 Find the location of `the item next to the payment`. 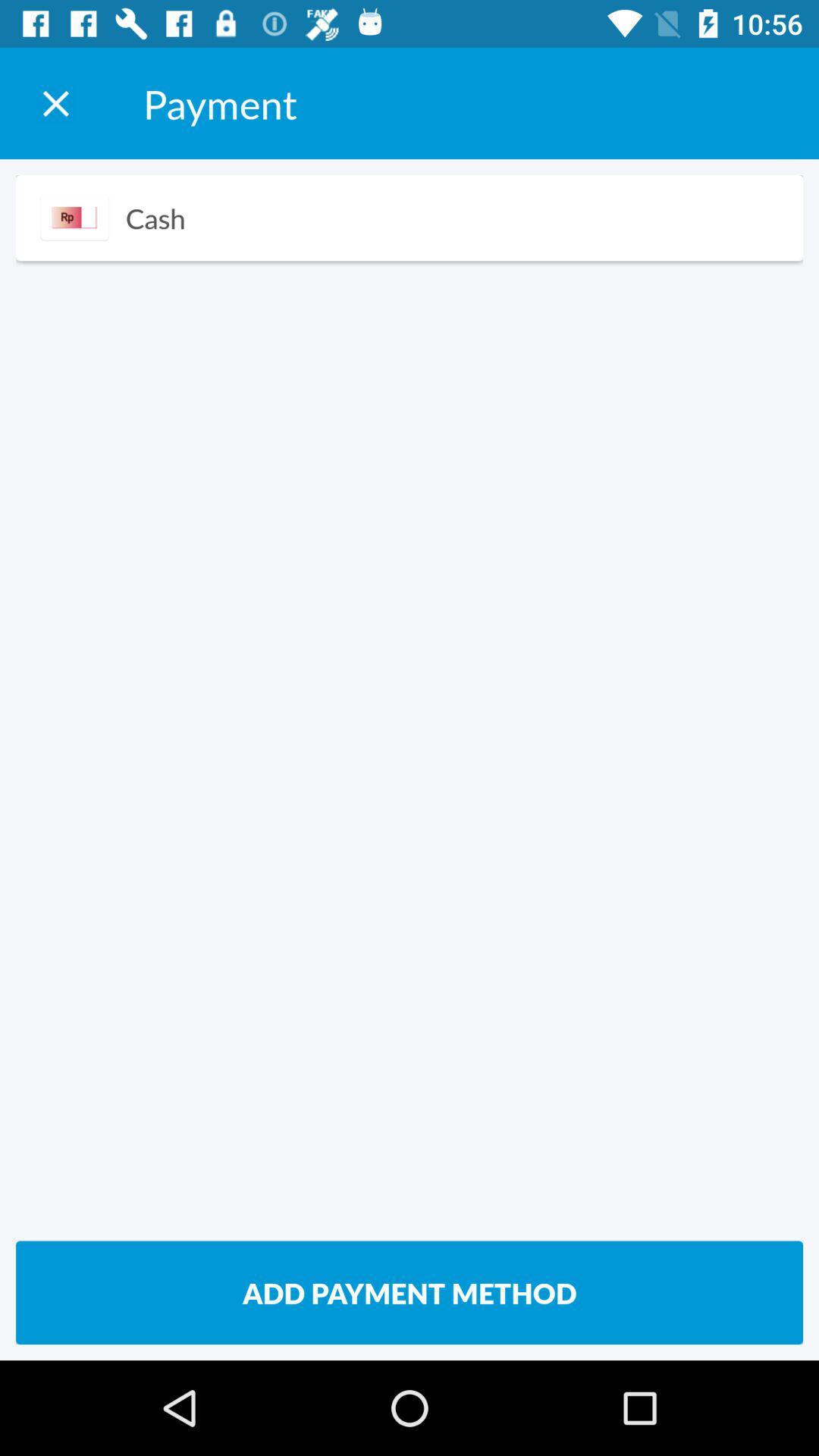

the item next to the payment is located at coordinates (55, 102).